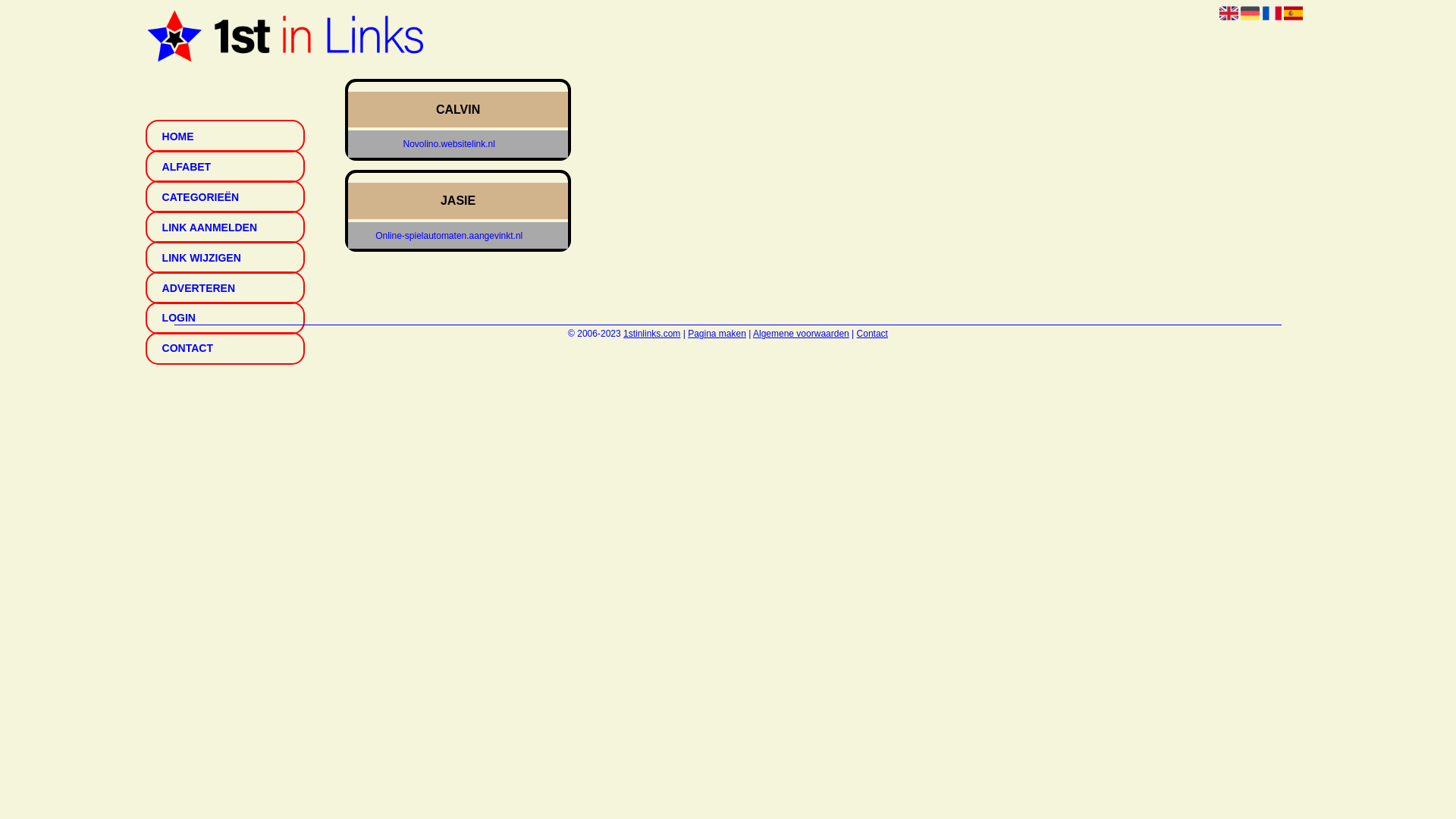 The width and height of the screenshot is (1456, 819). What do you see at coordinates (448, 235) in the screenshot?
I see `'Online-spielautomaten.aangevinkt.nl'` at bounding box center [448, 235].